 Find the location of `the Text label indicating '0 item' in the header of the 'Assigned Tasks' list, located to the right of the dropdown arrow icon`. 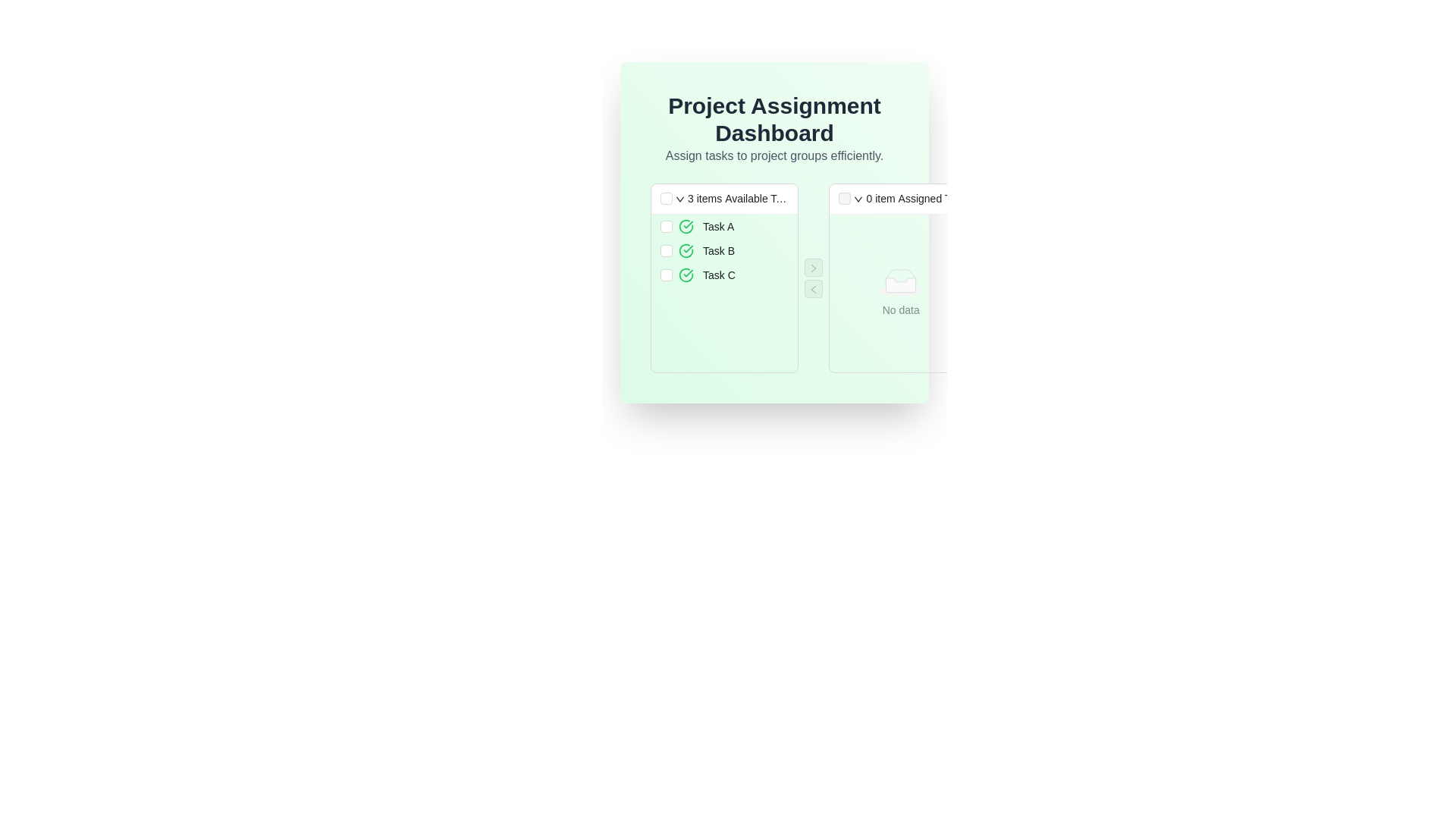

the Text label indicating '0 item' in the header of the 'Assigned Tasks' list, located to the right of the dropdown arrow icon is located at coordinates (880, 198).